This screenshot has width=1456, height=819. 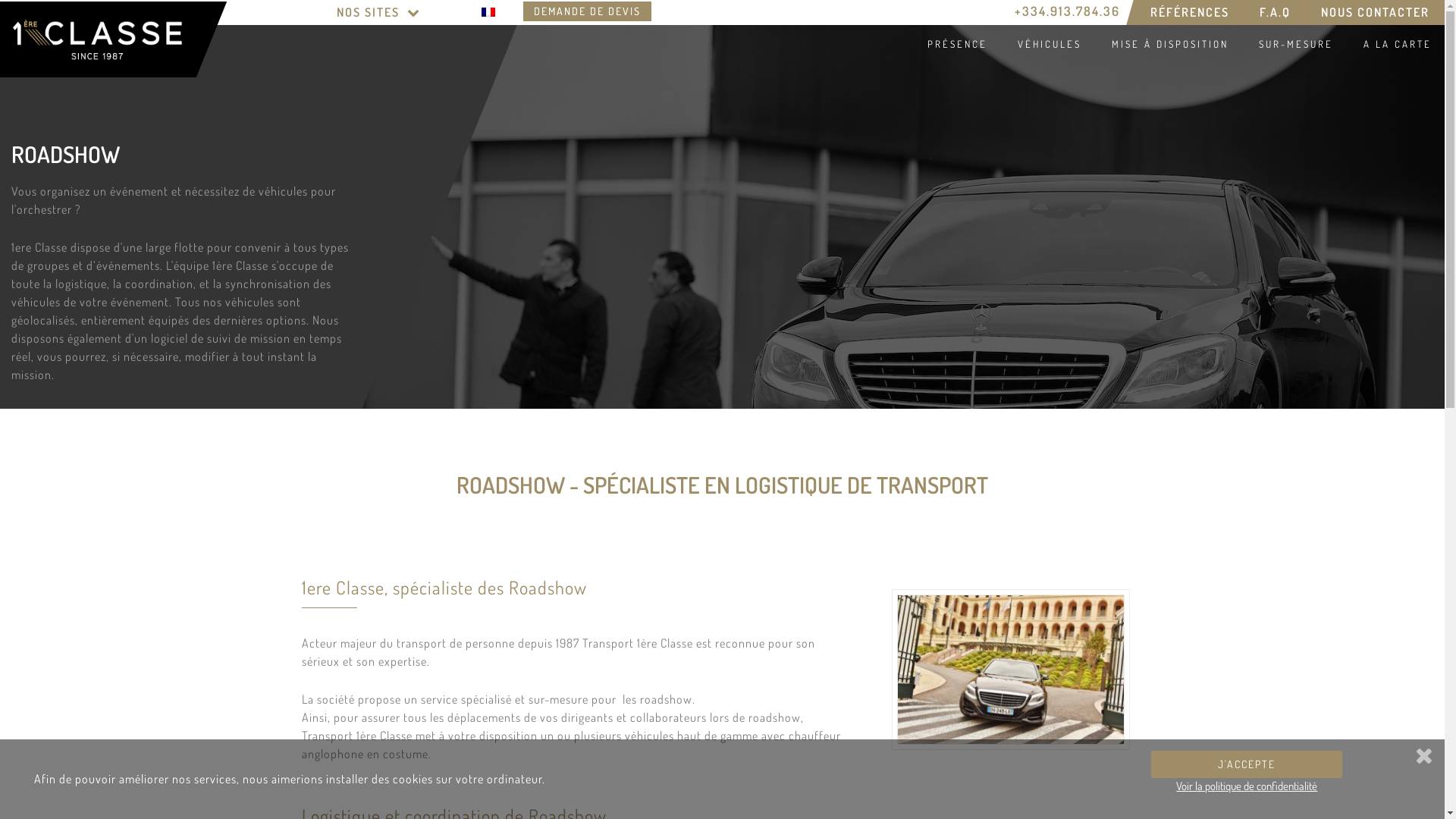 I want to click on 'A LA CARTE', so click(x=1395, y=42).